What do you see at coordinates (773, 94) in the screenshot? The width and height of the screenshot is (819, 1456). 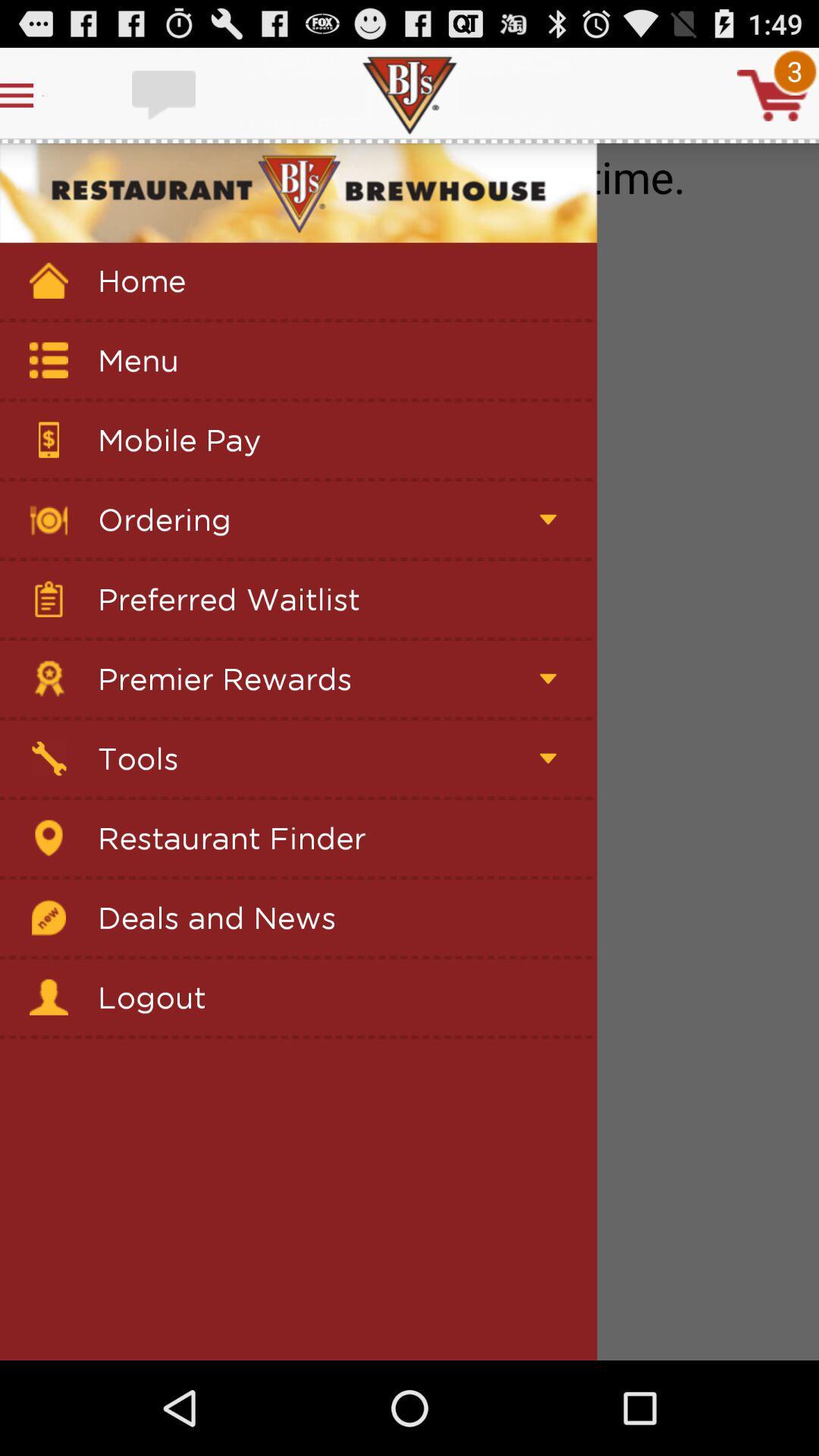 I see `item above the sorry no notifications item` at bounding box center [773, 94].